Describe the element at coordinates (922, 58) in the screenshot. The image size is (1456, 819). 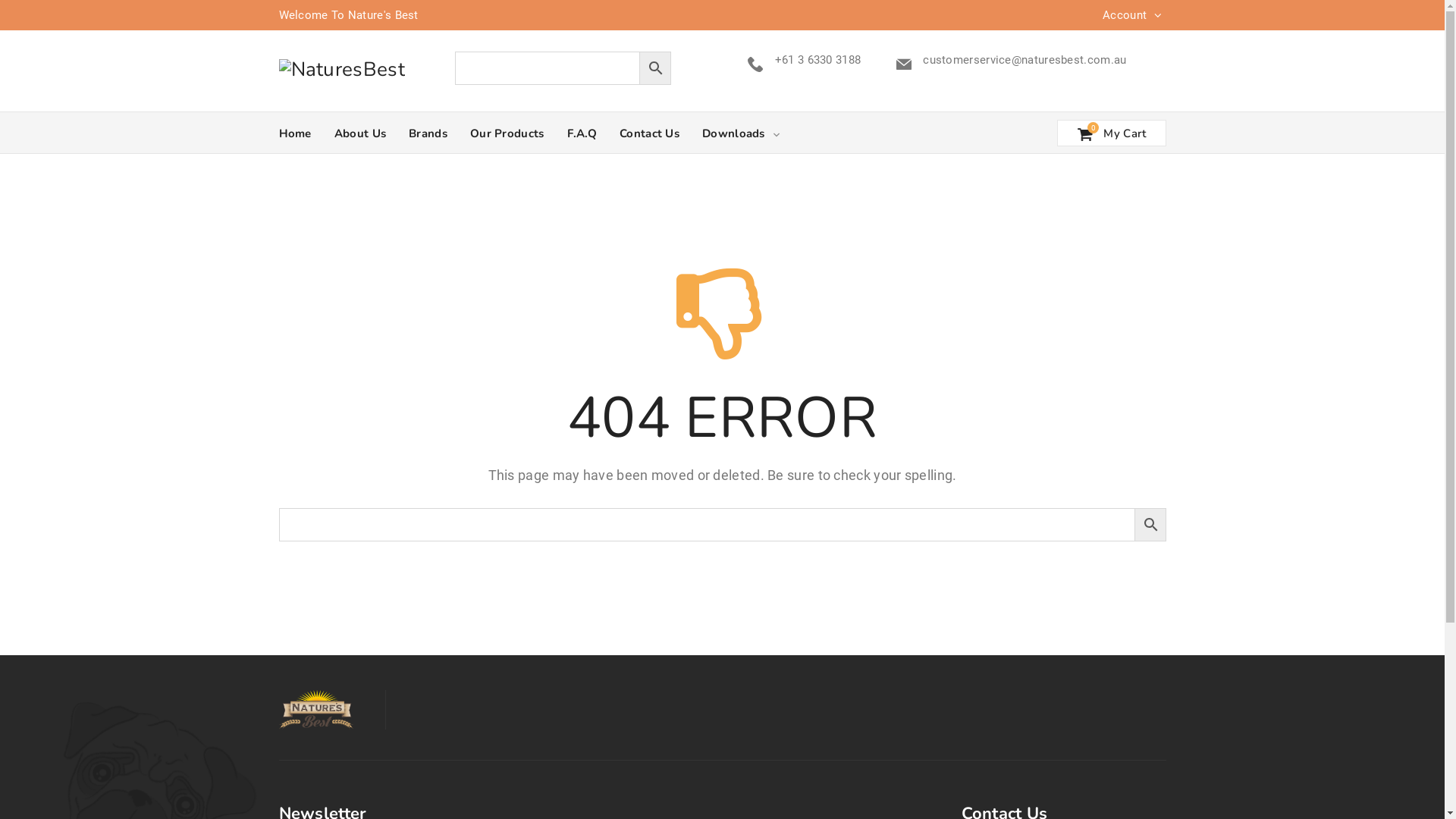
I see `'customerservice@naturesbest.com.au'` at that location.